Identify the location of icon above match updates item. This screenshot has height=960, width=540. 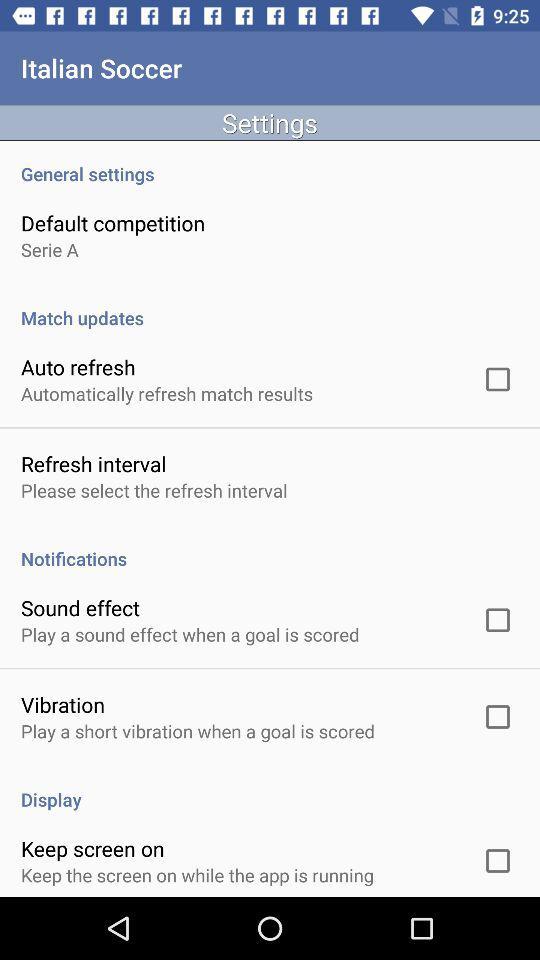
(49, 248).